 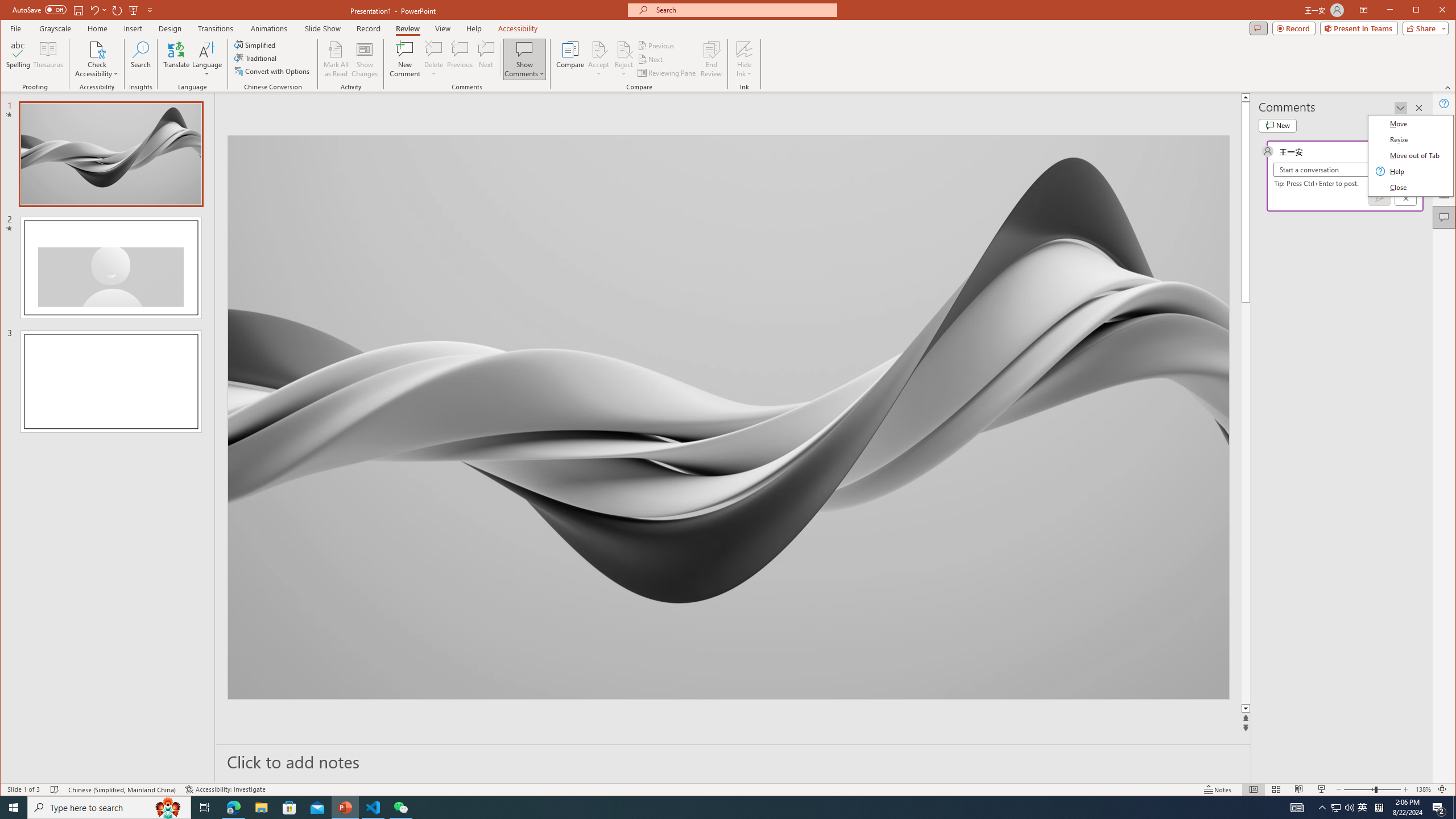 What do you see at coordinates (1372, 789) in the screenshot?
I see `'Zoom'` at bounding box center [1372, 789].